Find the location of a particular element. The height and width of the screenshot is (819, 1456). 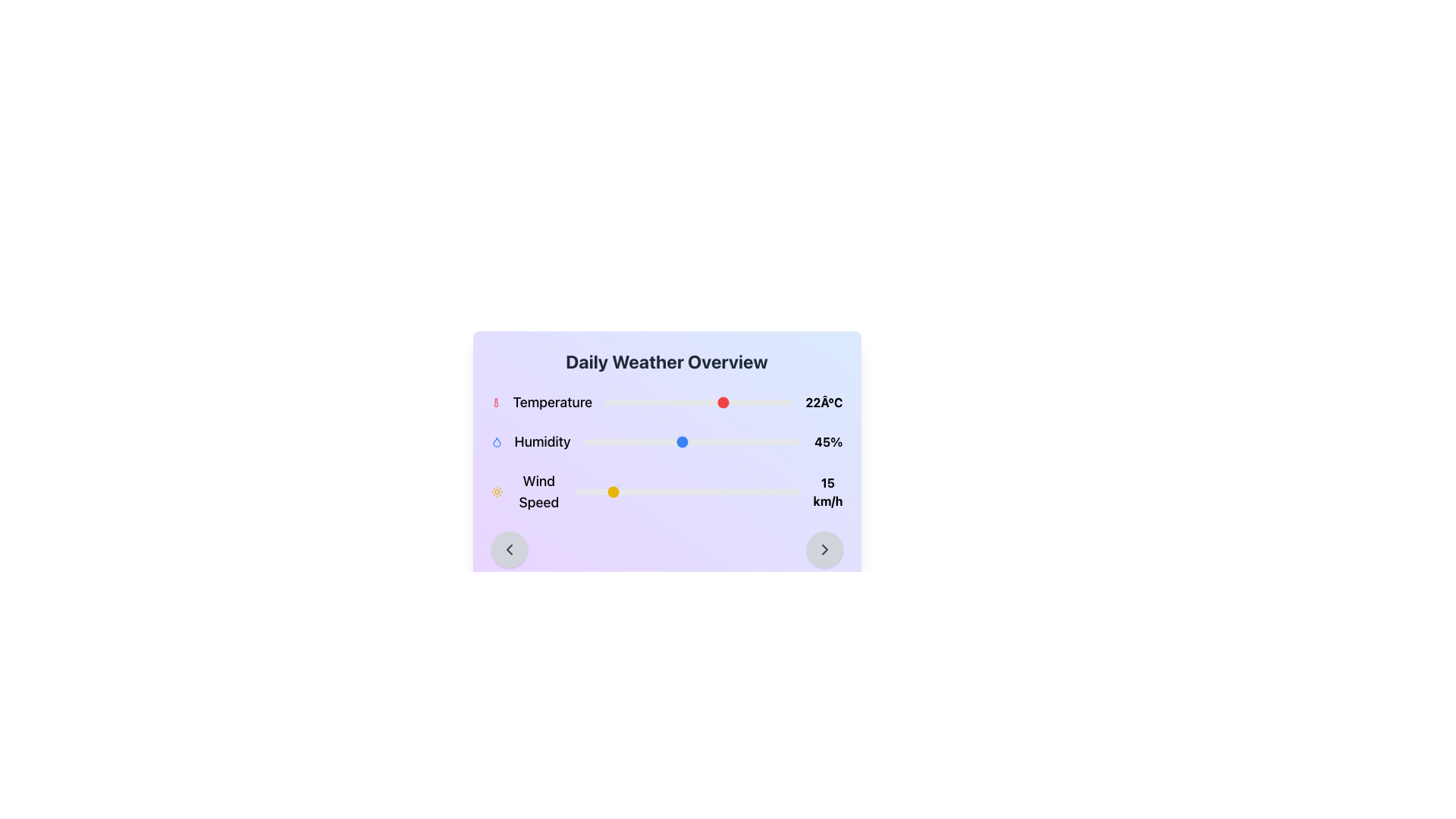

humidity is located at coordinates (689, 441).